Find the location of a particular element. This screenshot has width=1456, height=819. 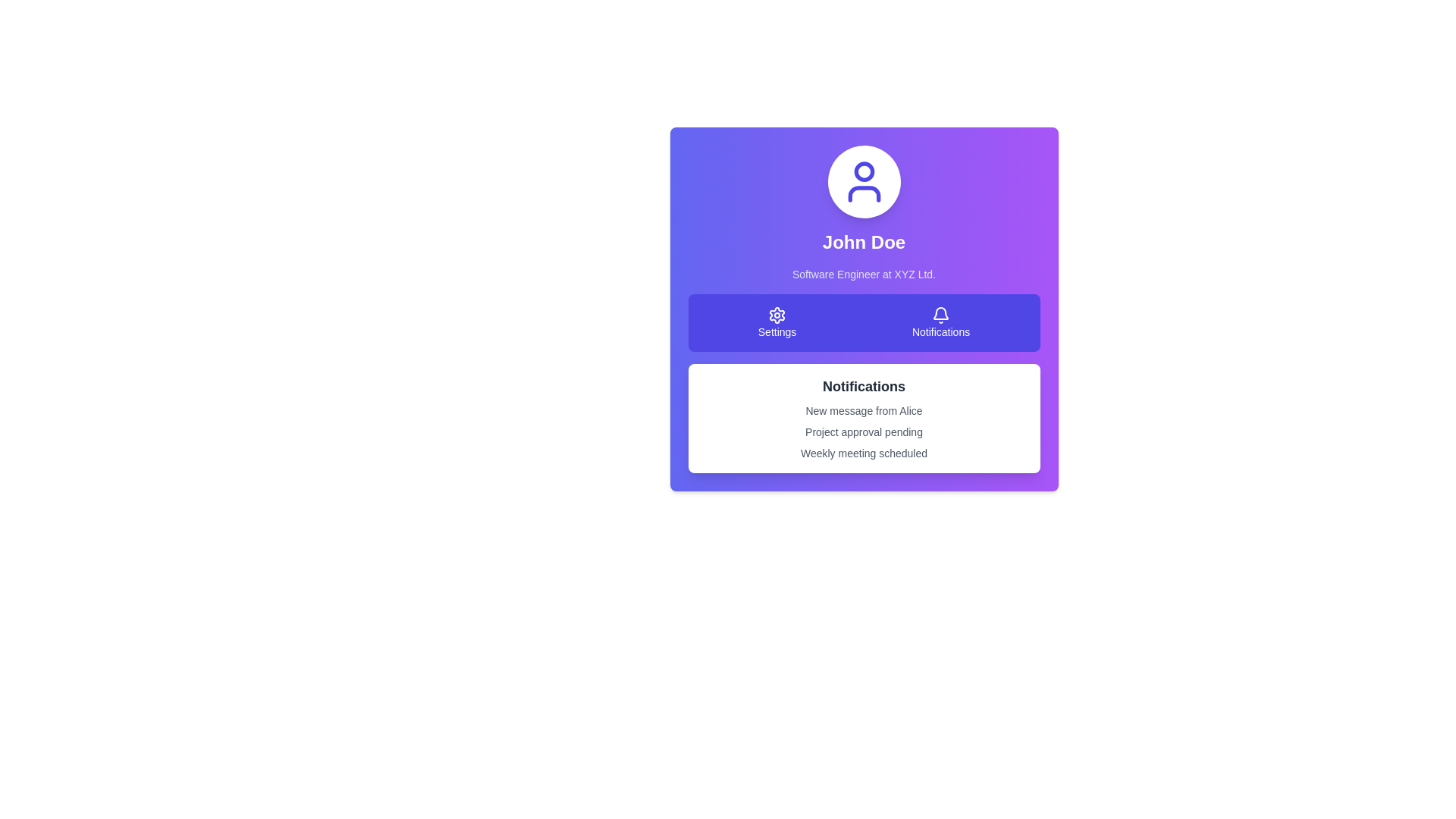

the static text element displaying 'Project approval pending', which is the second notification text in a vertically stacked group of notifications is located at coordinates (864, 432).